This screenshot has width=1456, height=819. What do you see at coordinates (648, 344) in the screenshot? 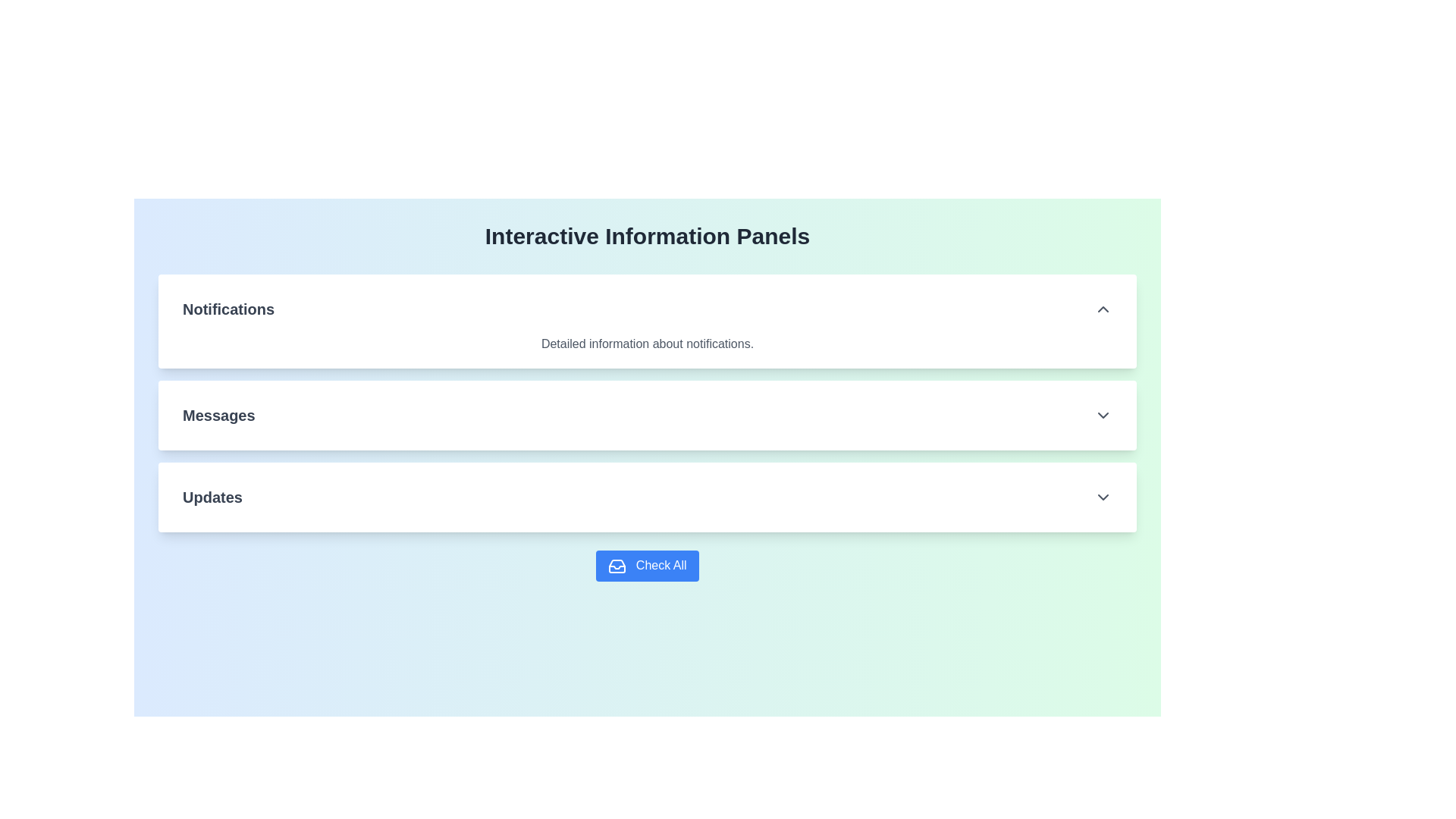
I see `the text block containing the phrase 'Detailed information about notifications.' in the Notifications section` at bounding box center [648, 344].